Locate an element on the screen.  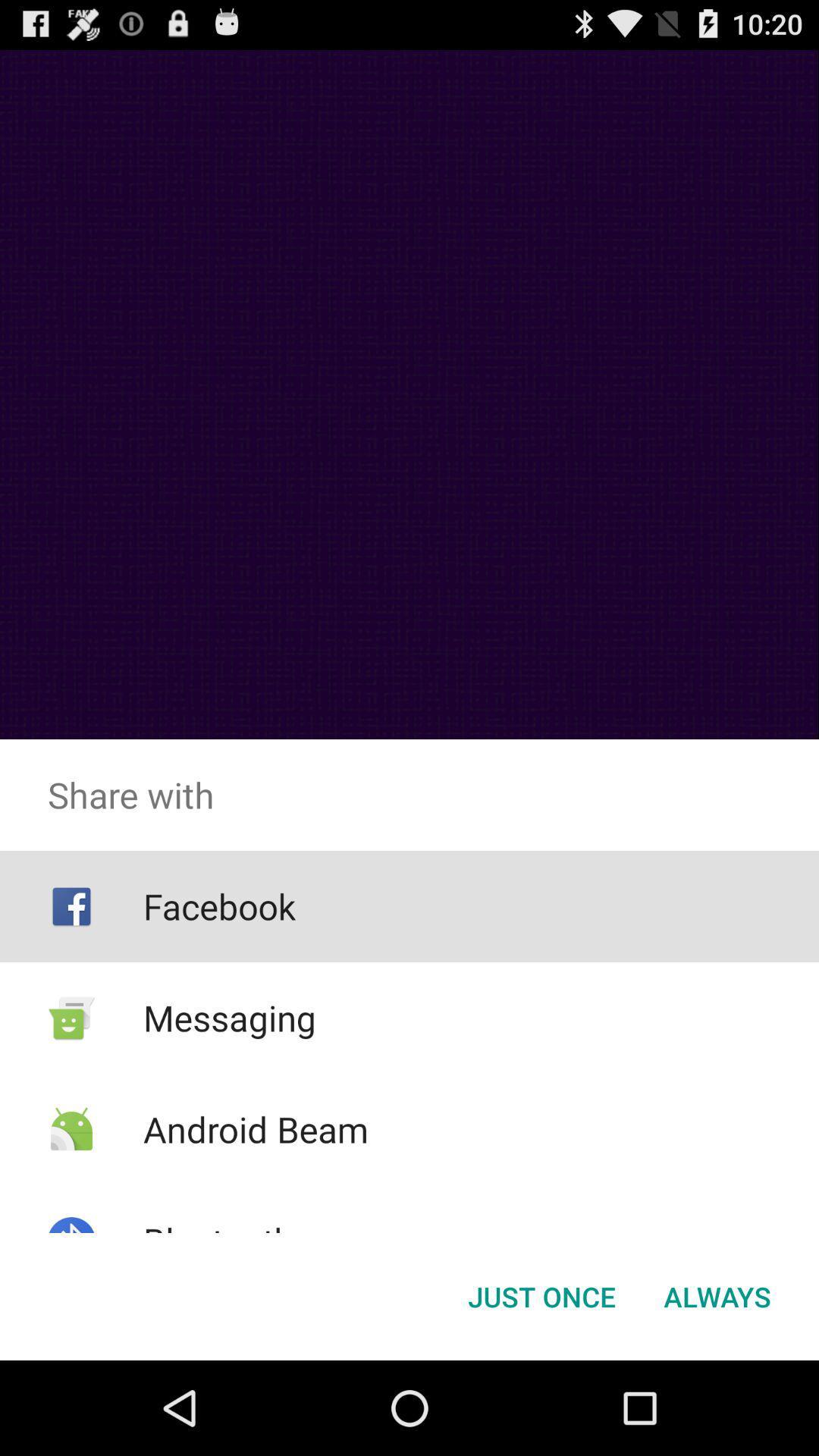
the icon to the right of the bluetooth icon is located at coordinates (541, 1295).